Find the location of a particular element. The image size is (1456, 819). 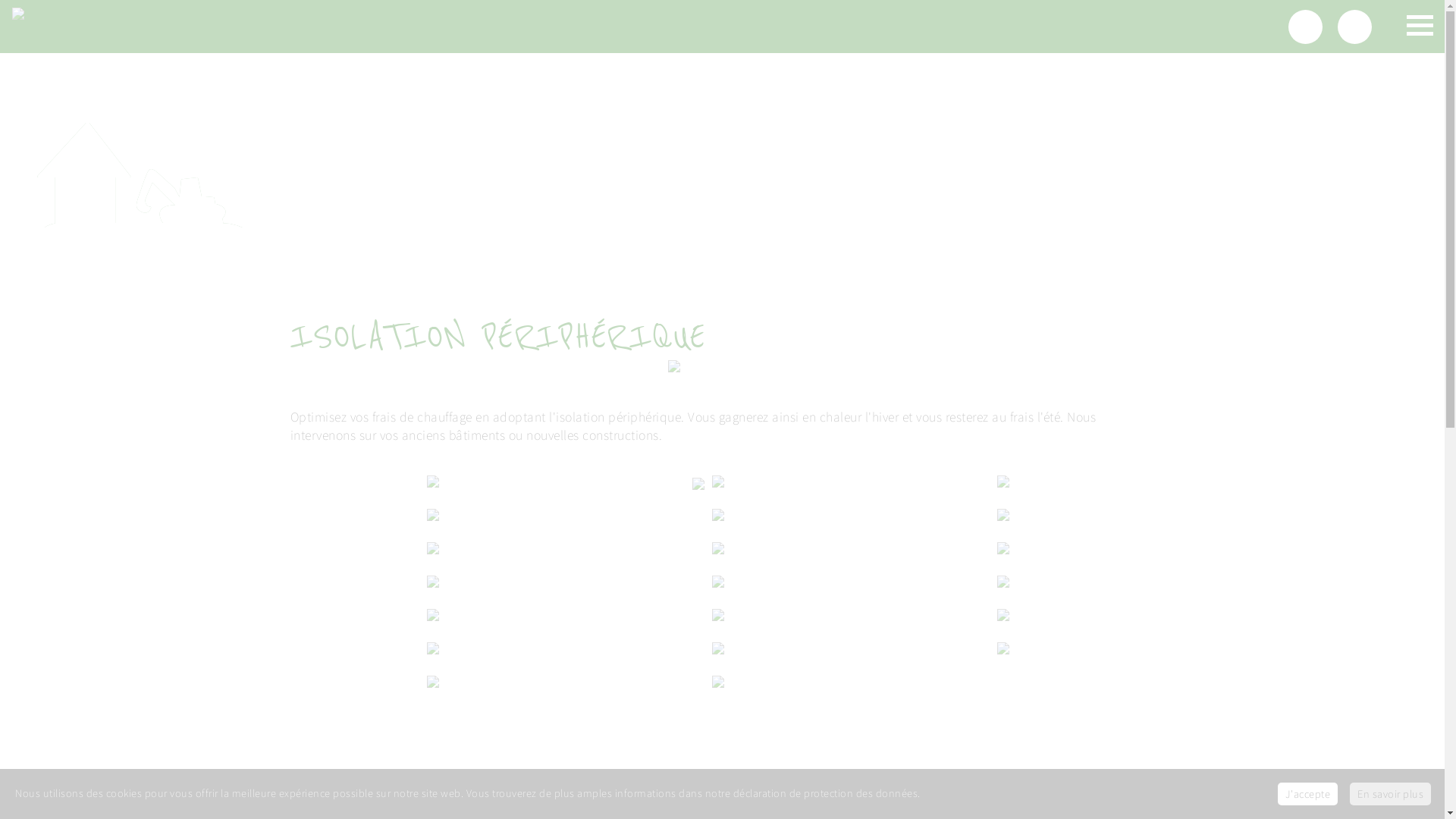

'J'accepte' is located at coordinates (1306, 792).